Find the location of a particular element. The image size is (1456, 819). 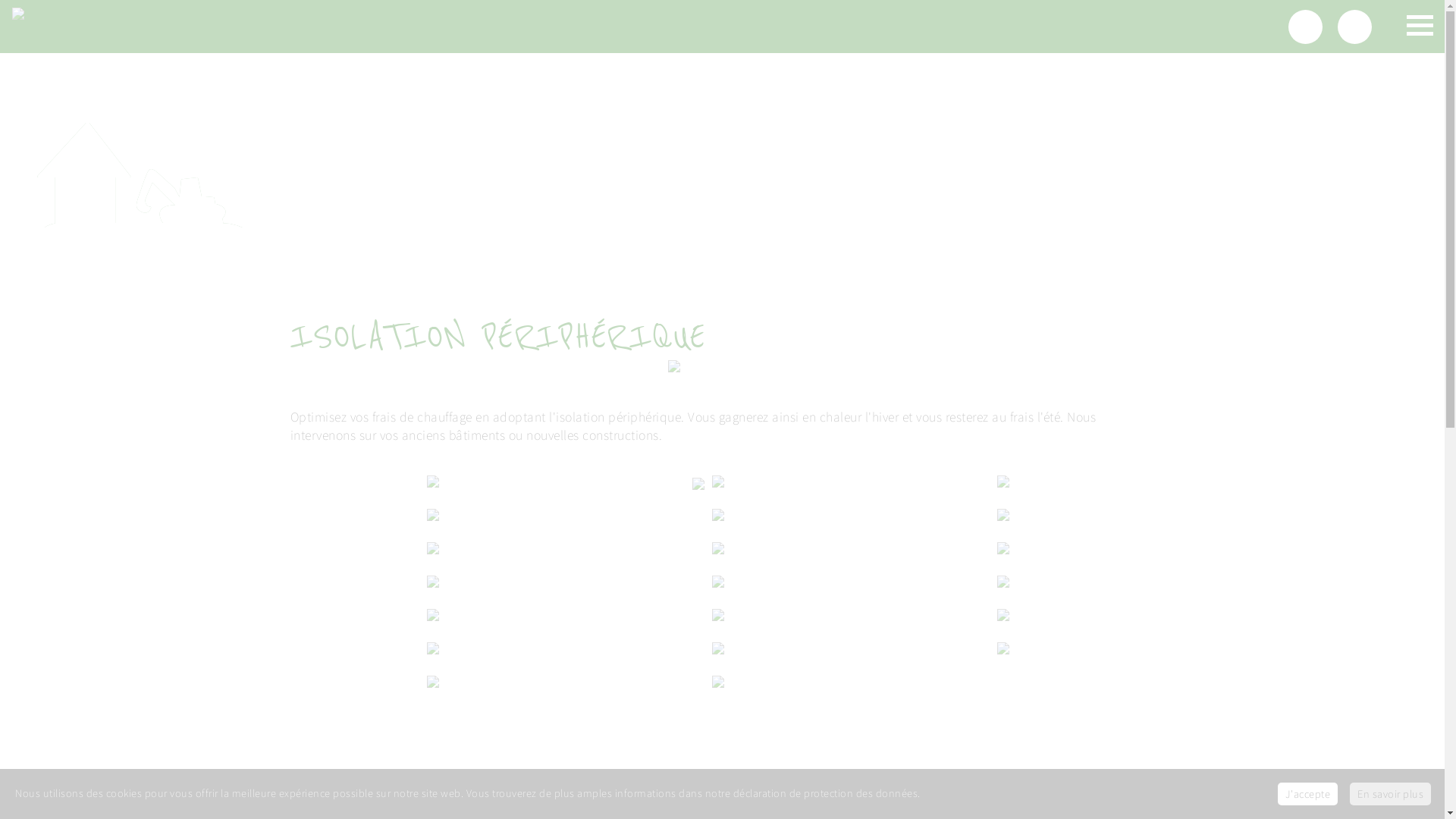

'J'accepte' is located at coordinates (1306, 792).